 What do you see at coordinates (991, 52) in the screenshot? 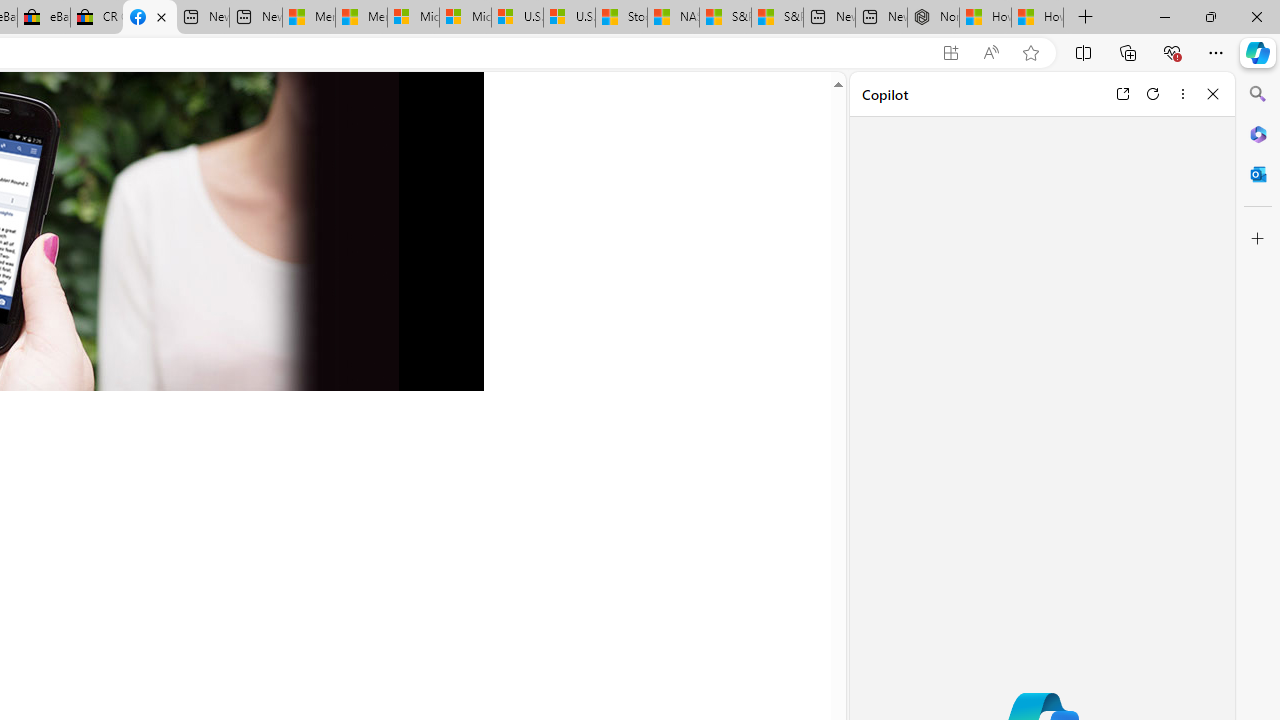
I see `'Read aloud this page (Ctrl+Shift+U)'` at bounding box center [991, 52].